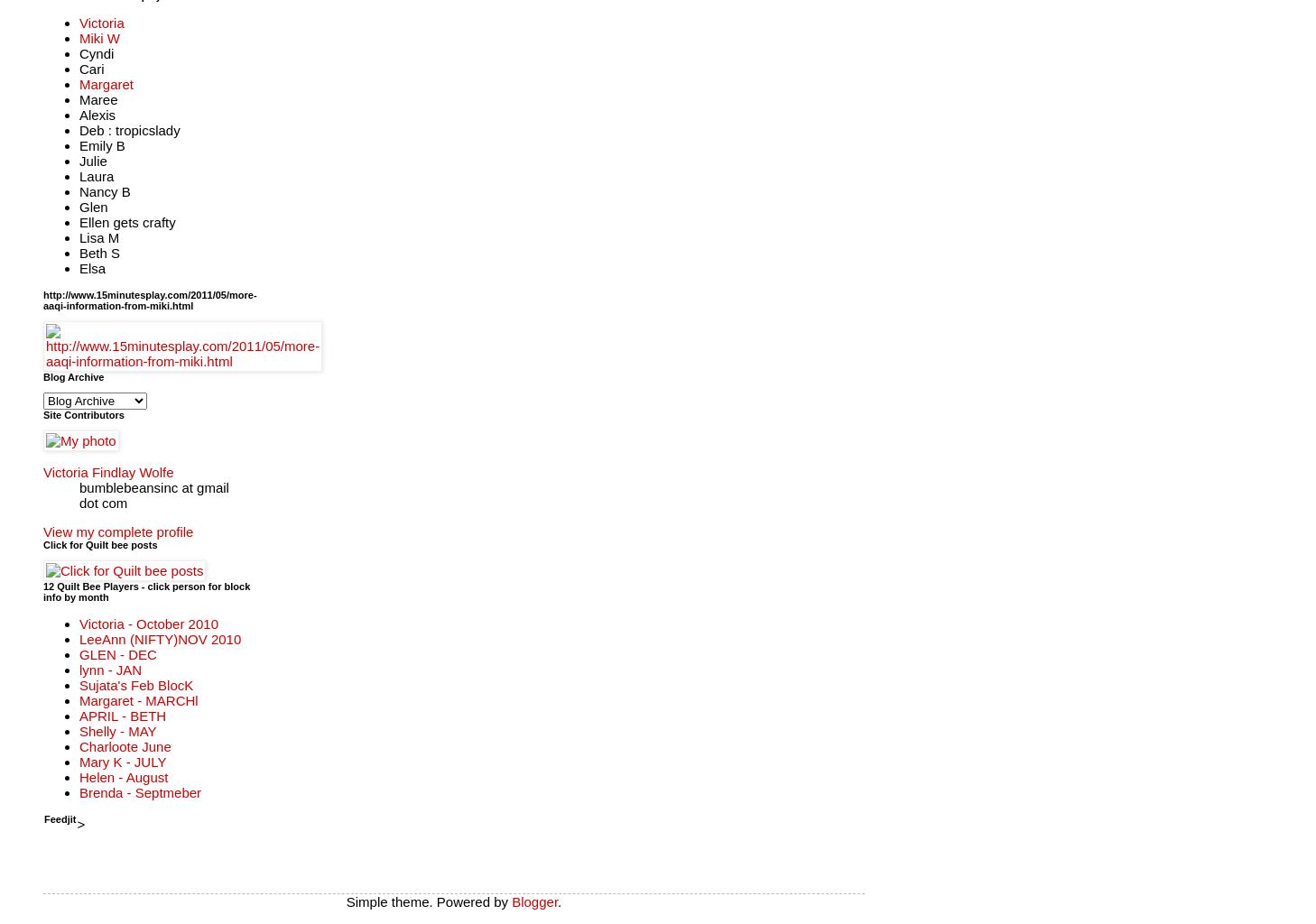 The image size is (1316, 924). Describe the element at coordinates (346, 900) in the screenshot. I see `'Simple theme. Powered by'` at that location.